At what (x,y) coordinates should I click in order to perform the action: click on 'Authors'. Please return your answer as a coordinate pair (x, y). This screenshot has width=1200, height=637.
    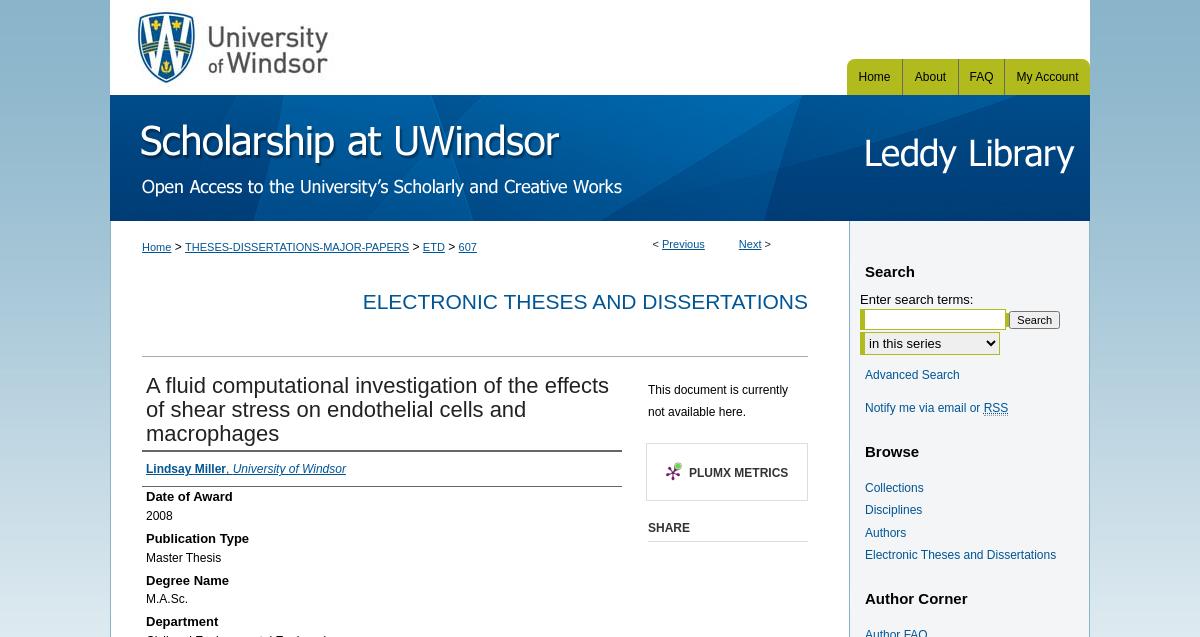
    Looking at the image, I should click on (884, 531).